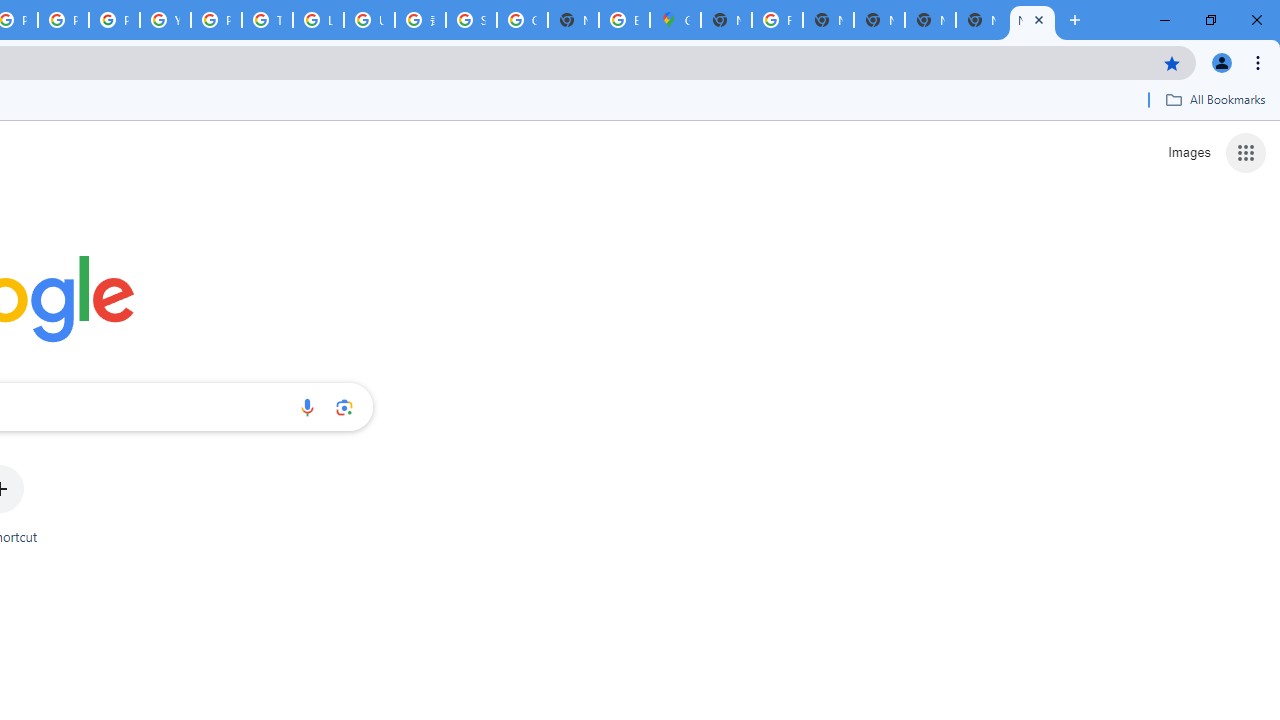 Image resolution: width=1280 pixels, height=720 pixels. Describe the element at coordinates (165, 20) in the screenshot. I see `'YouTube'` at that location.